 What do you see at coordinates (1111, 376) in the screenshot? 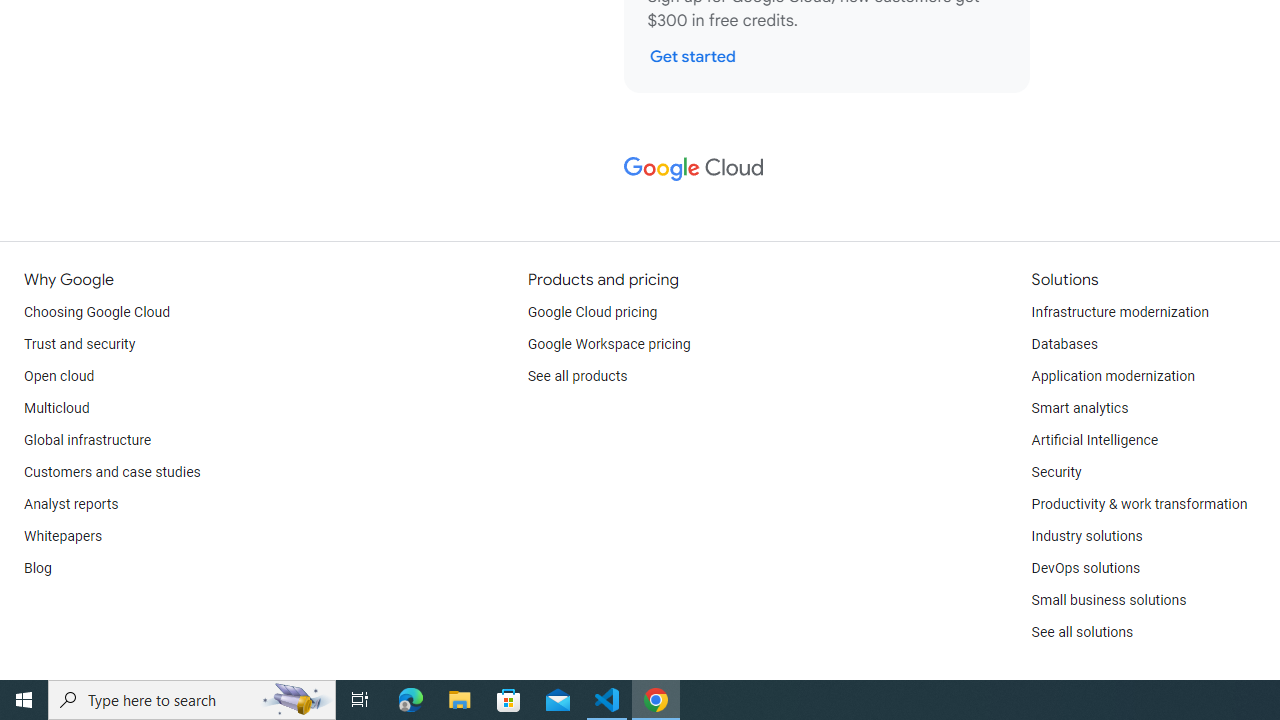
I see `'Application modernization'` at bounding box center [1111, 376].